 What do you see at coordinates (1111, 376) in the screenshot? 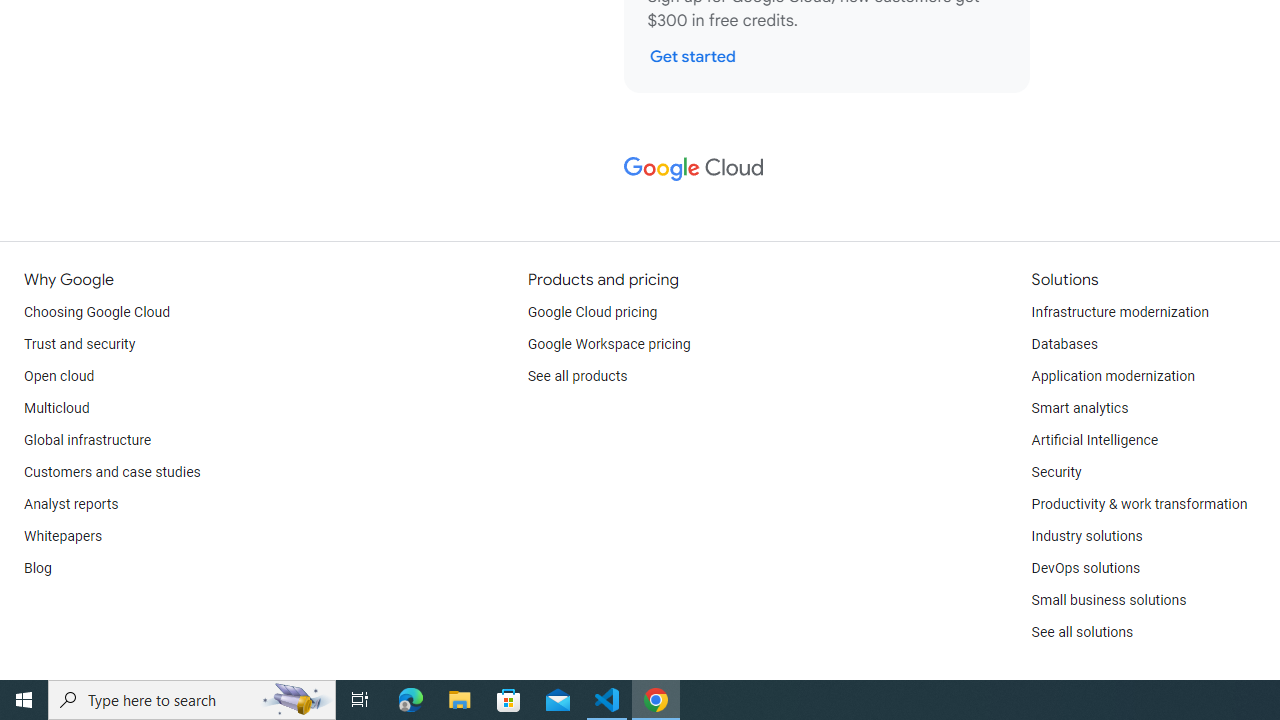
I see `'Application modernization'` at bounding box center [1111, 376].